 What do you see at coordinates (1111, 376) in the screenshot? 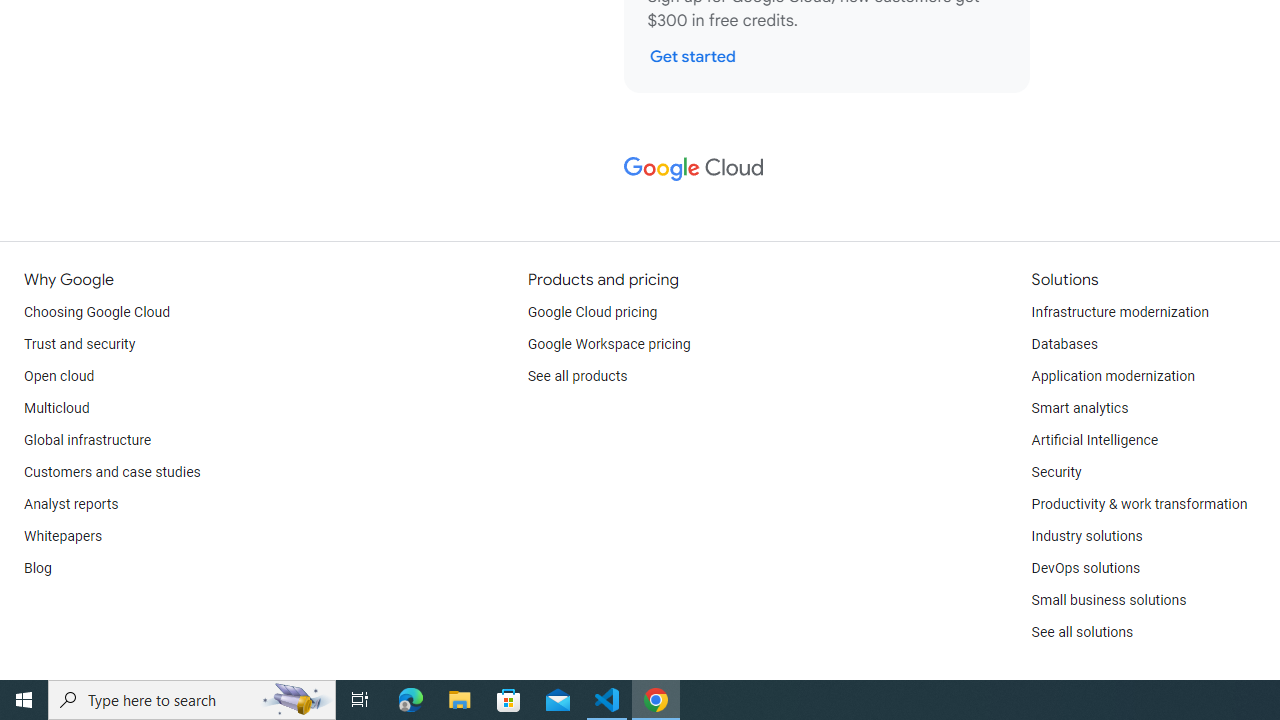
I see `'Application modernization'` at bounding box center [1111, 376].